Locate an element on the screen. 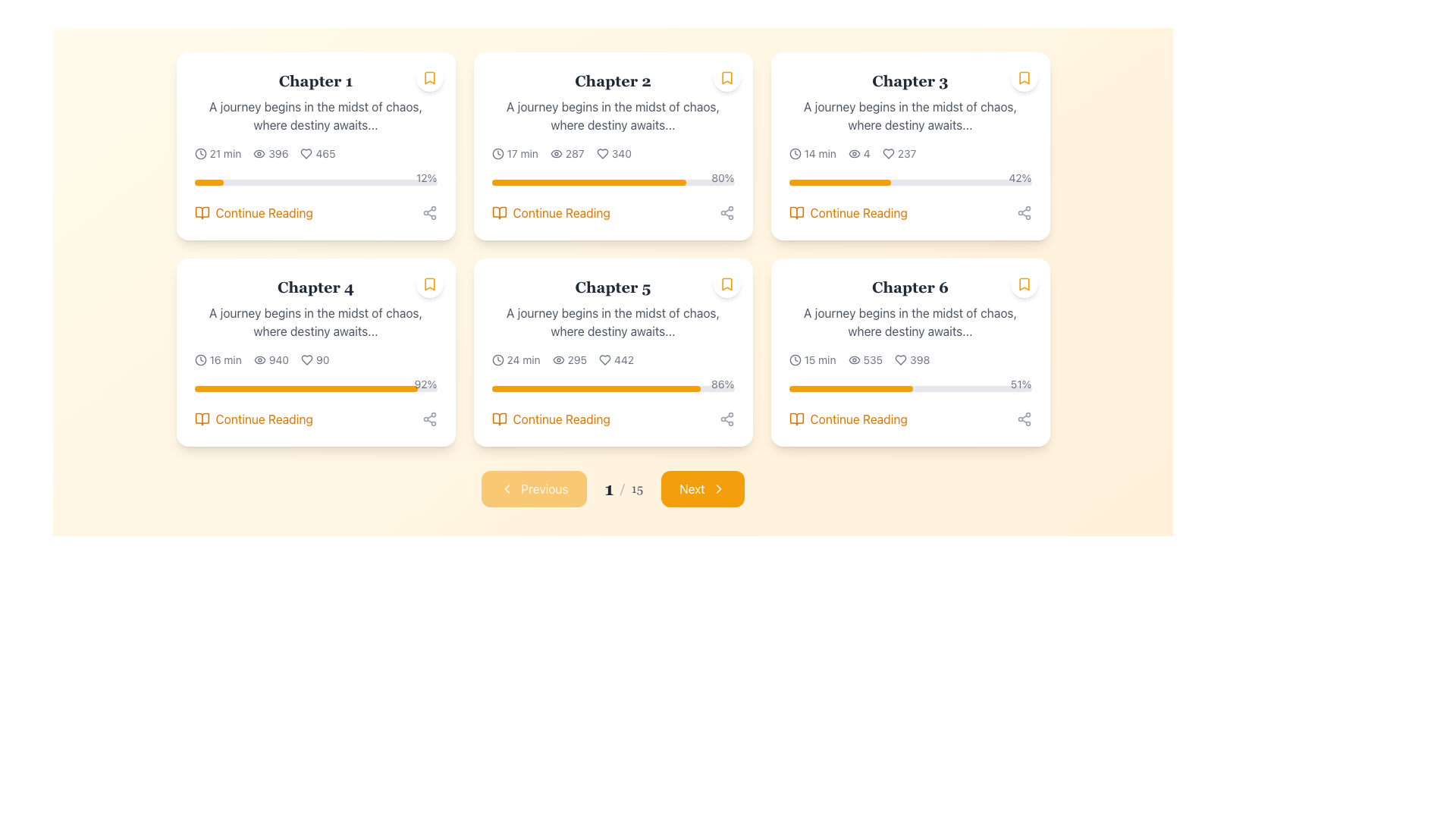 Image resolution: width=1456 pixels, height=819 pixels. progress value displayed as '12%' on the progress bar located in the Chapter 1 card, which is horizontally aligned below the numerical statistics and above the 'Continue Reading' button is located at coordinates (315, 178).